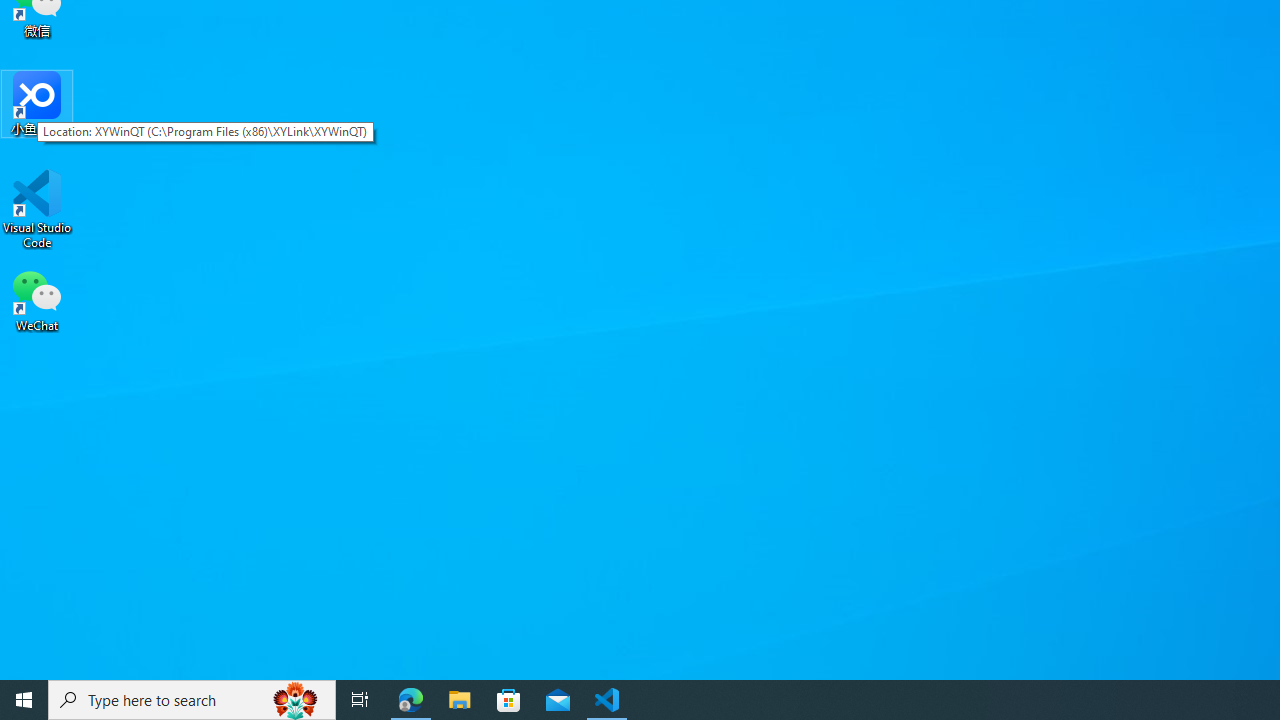 This screenshot has width=1280, height=720. Describe the element at coordinates (37, 299) in the screenshot. I see `'WeChat'` at that location.